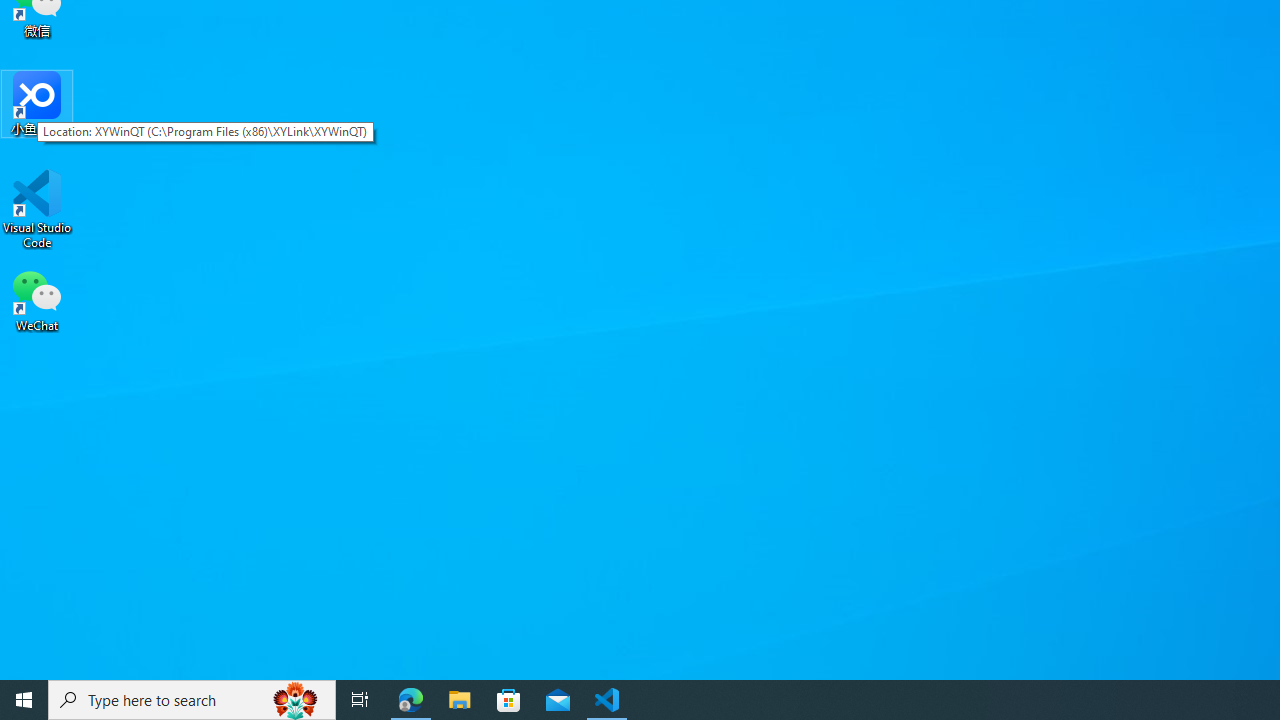 This screenshot has width=1280, height=720. Describe the element at coordinates (37, 299) in the screenshot. I see `'WeChat'` at that location.